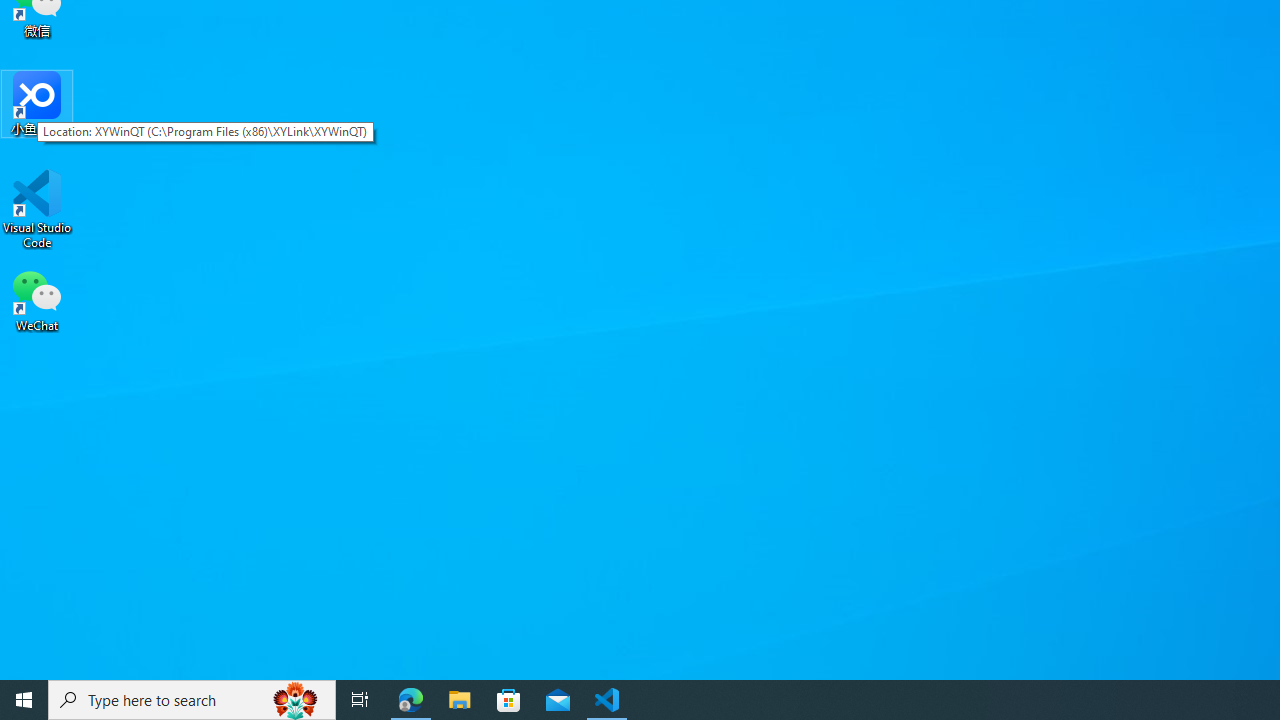 This screenshot has width=1280, height=720. Describe the element at coordinates (37, 299) in the screenshot. I see `'WeChat'` at that location.